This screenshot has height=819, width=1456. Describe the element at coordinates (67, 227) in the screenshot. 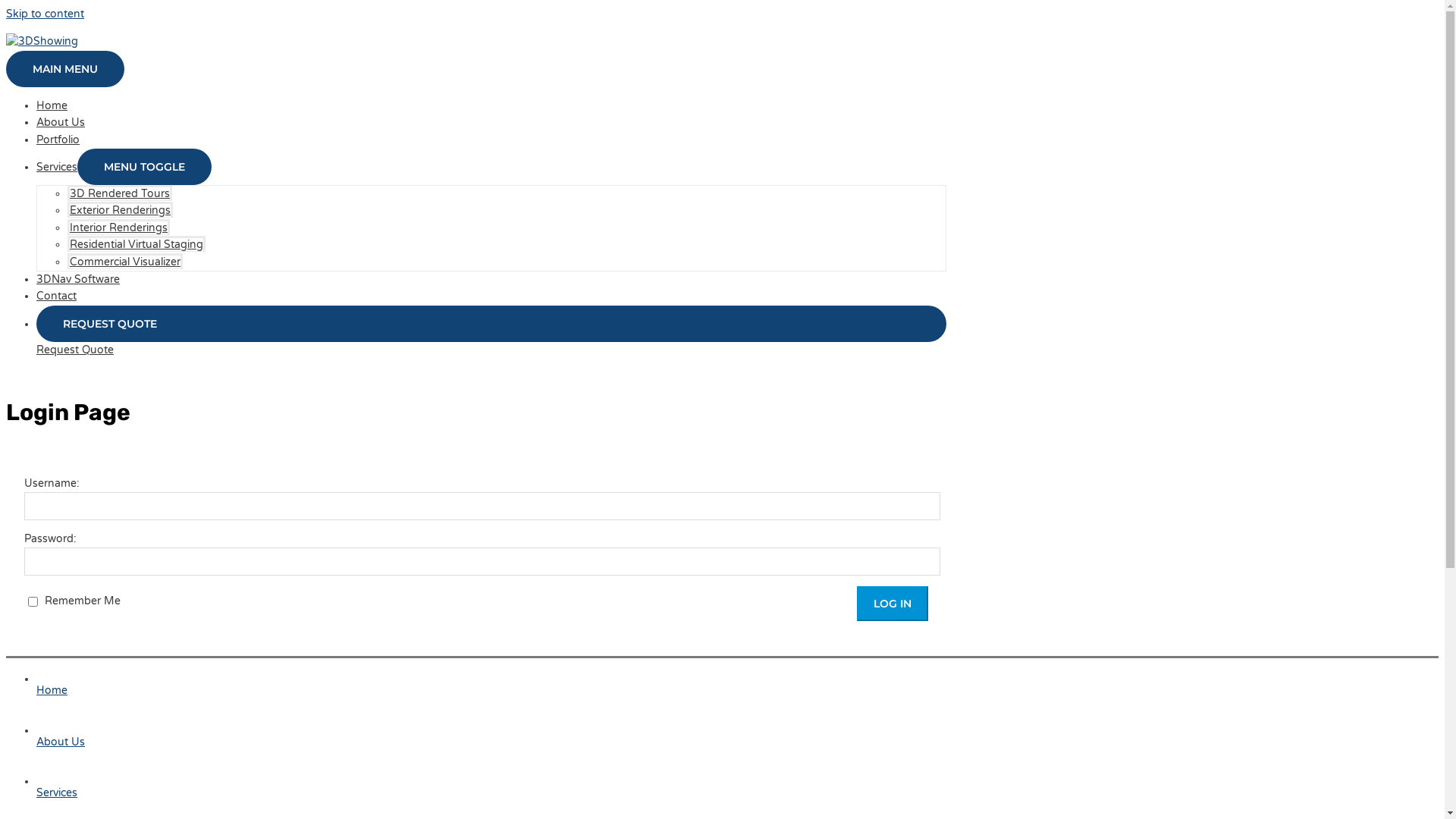

I see `'Interior Renderings'` at that location.